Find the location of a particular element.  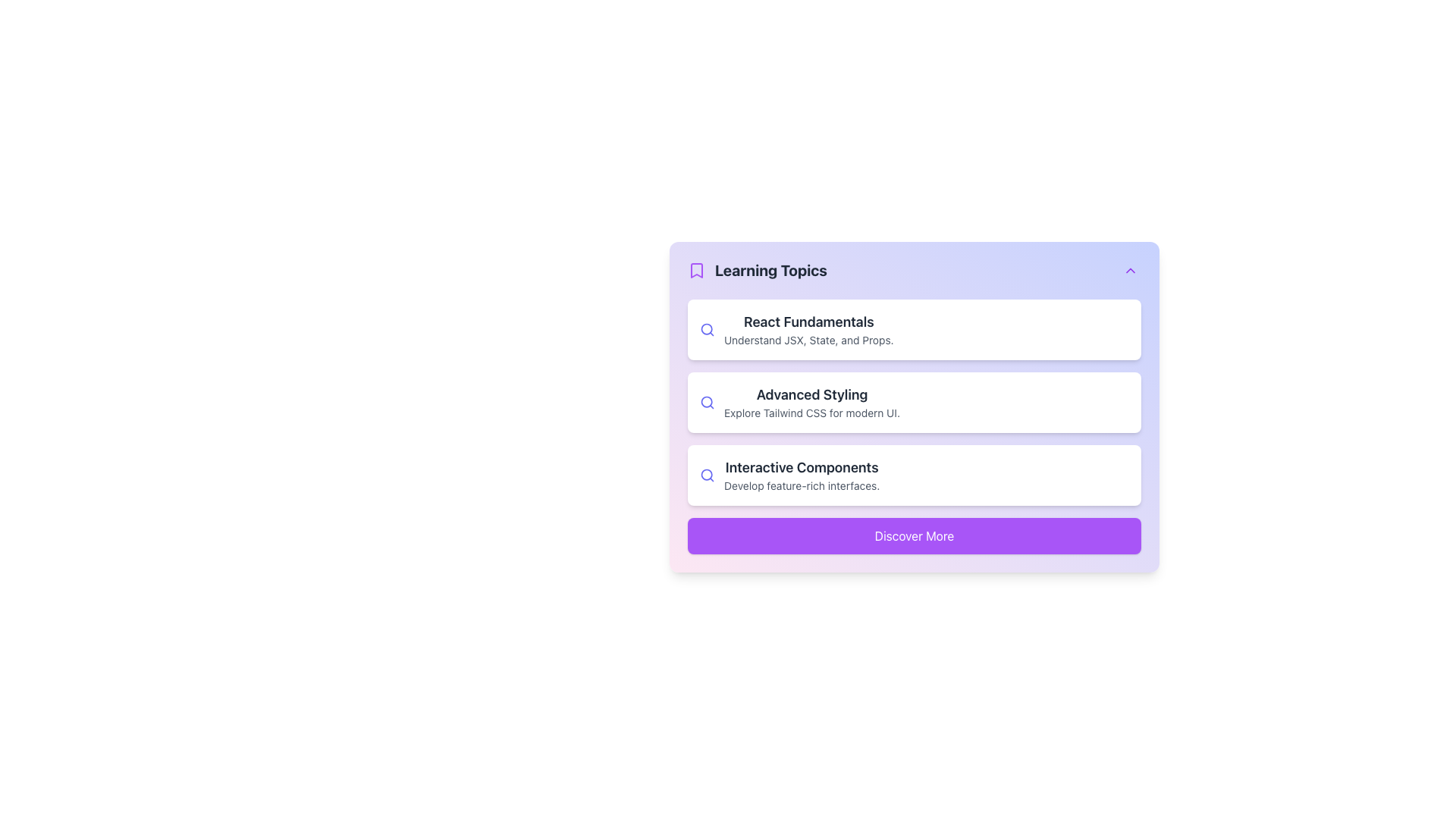

the descriptive subtitle text located below the 'Advanced Styling' title in the middle card of the vertical stack of content cards is located at coordinates (811, 413).